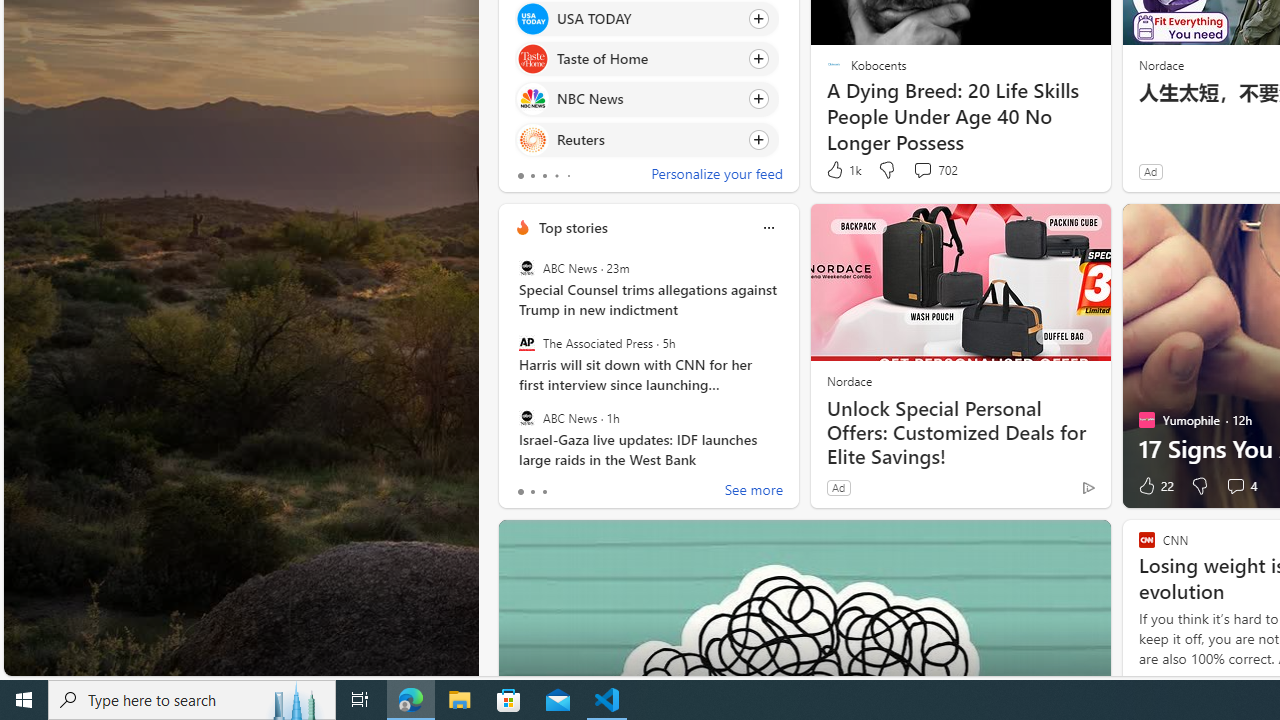 The image size is (1280, 720). What do you see at coordinates (532, 492) in the screenshot?
I see `'tab-1'` at bounding box center [532, 492].